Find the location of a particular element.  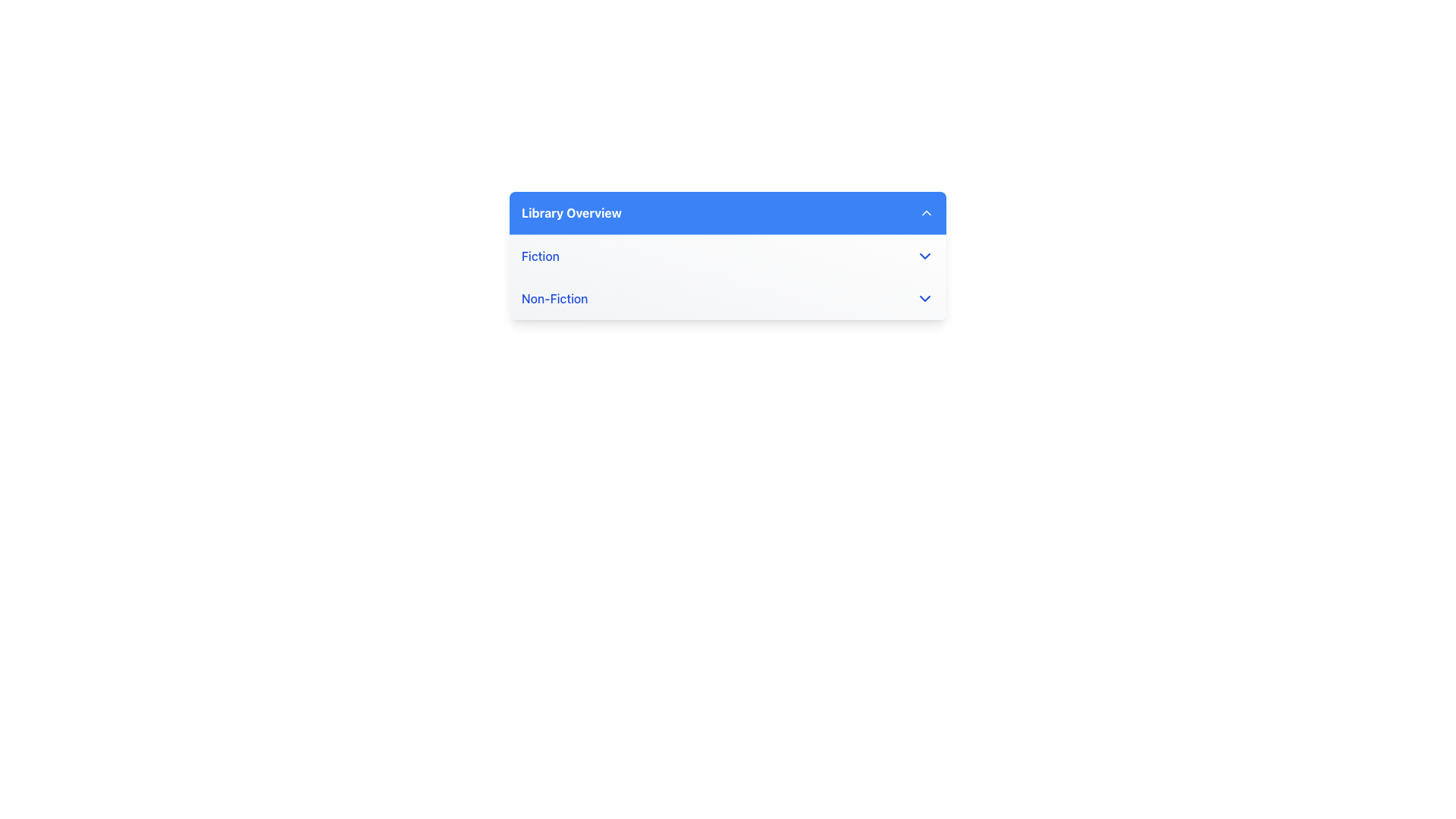

the Text label that serves as a header for the dropdown menu, which is positioned in the blue header bar at the top of the dropdown menu is located at coordinates (570, 213).